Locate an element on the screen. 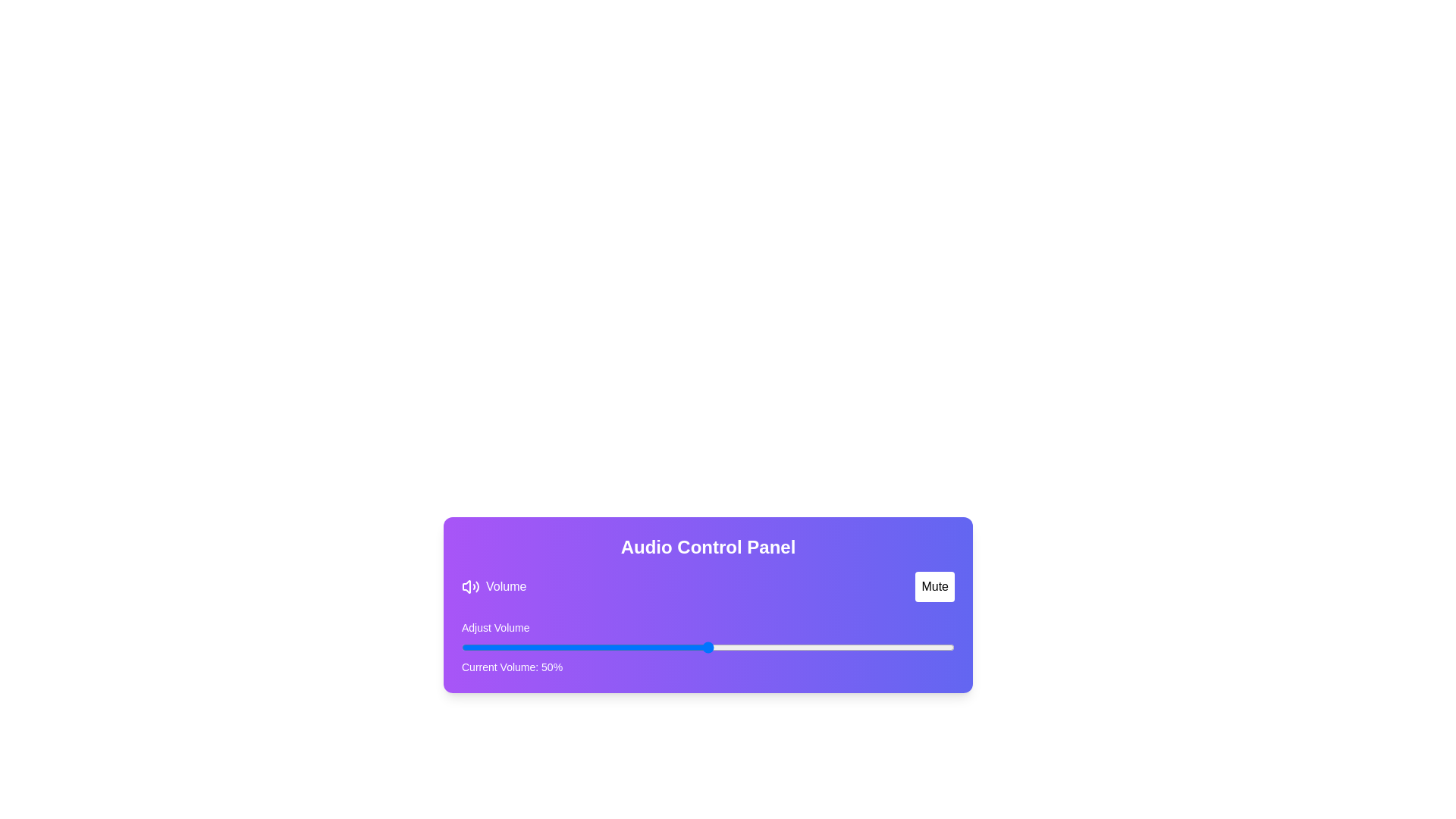 This screenshot has height=819, width=1456. the volume slider is located at coordinates (708, 647).